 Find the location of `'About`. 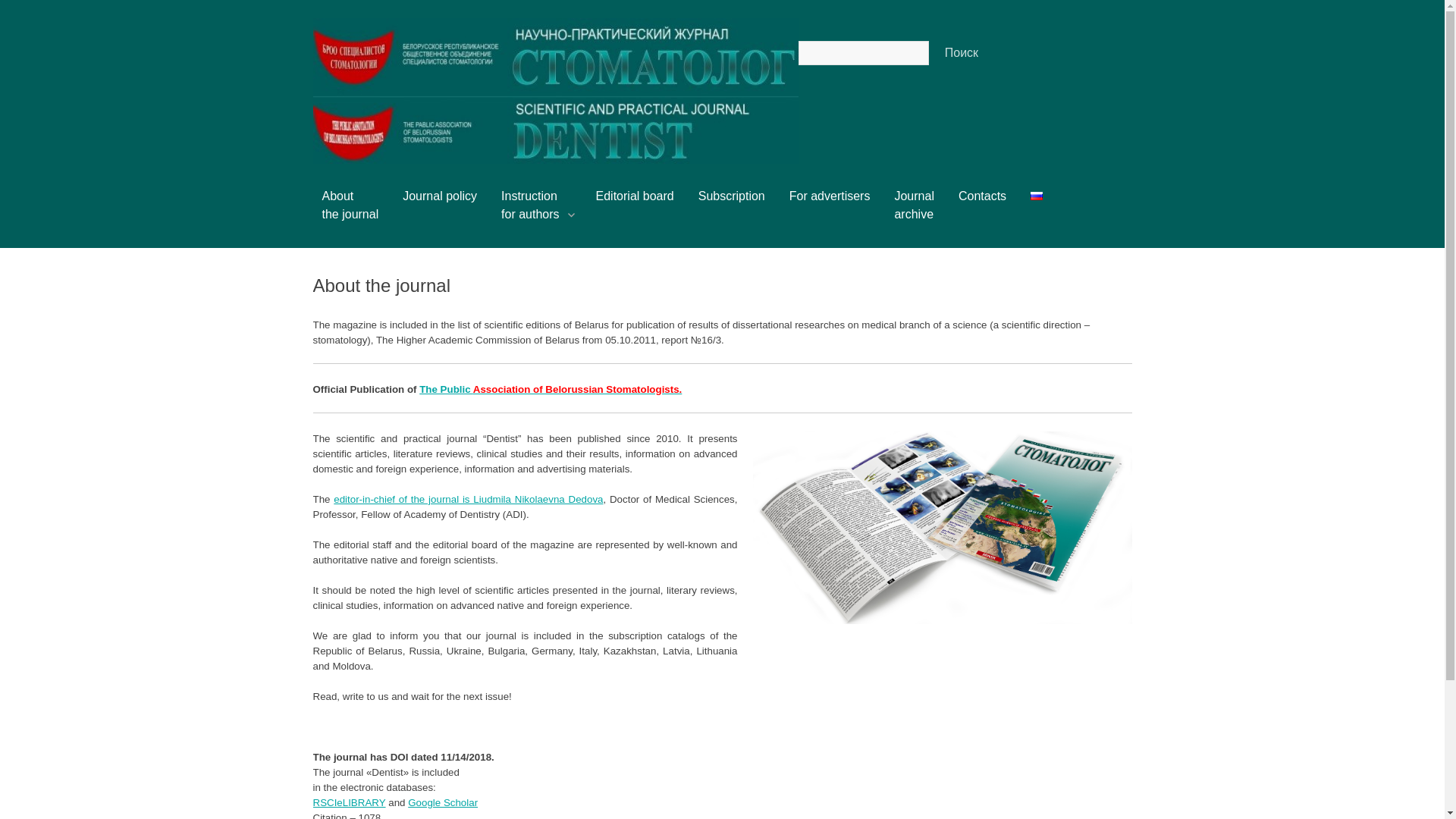

'About is located at coordinates (349, 211).